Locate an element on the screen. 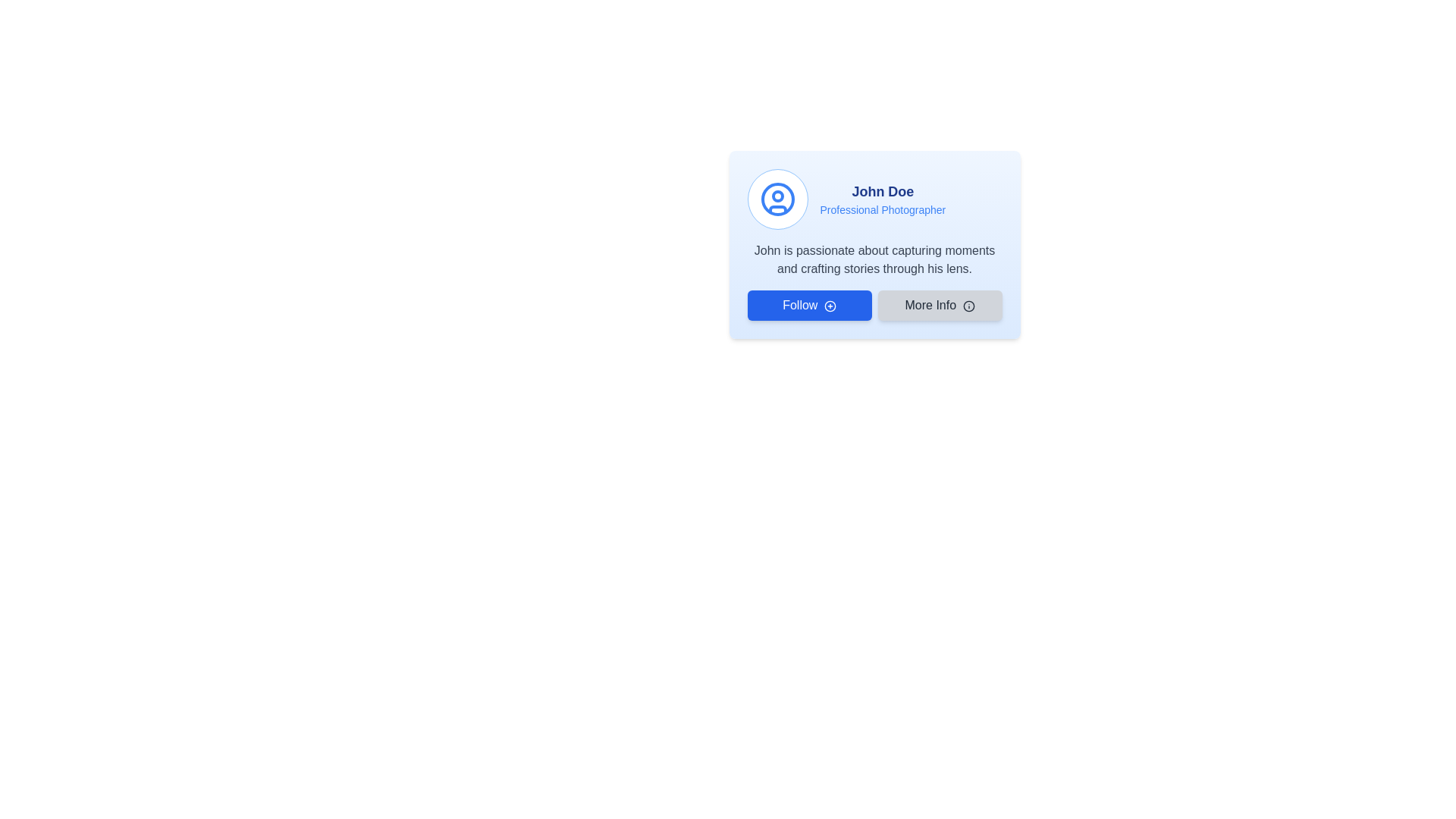  the circular user profile icon with a blue outline located at the top-left corner of the user information card is located at coordinates (777, 198).